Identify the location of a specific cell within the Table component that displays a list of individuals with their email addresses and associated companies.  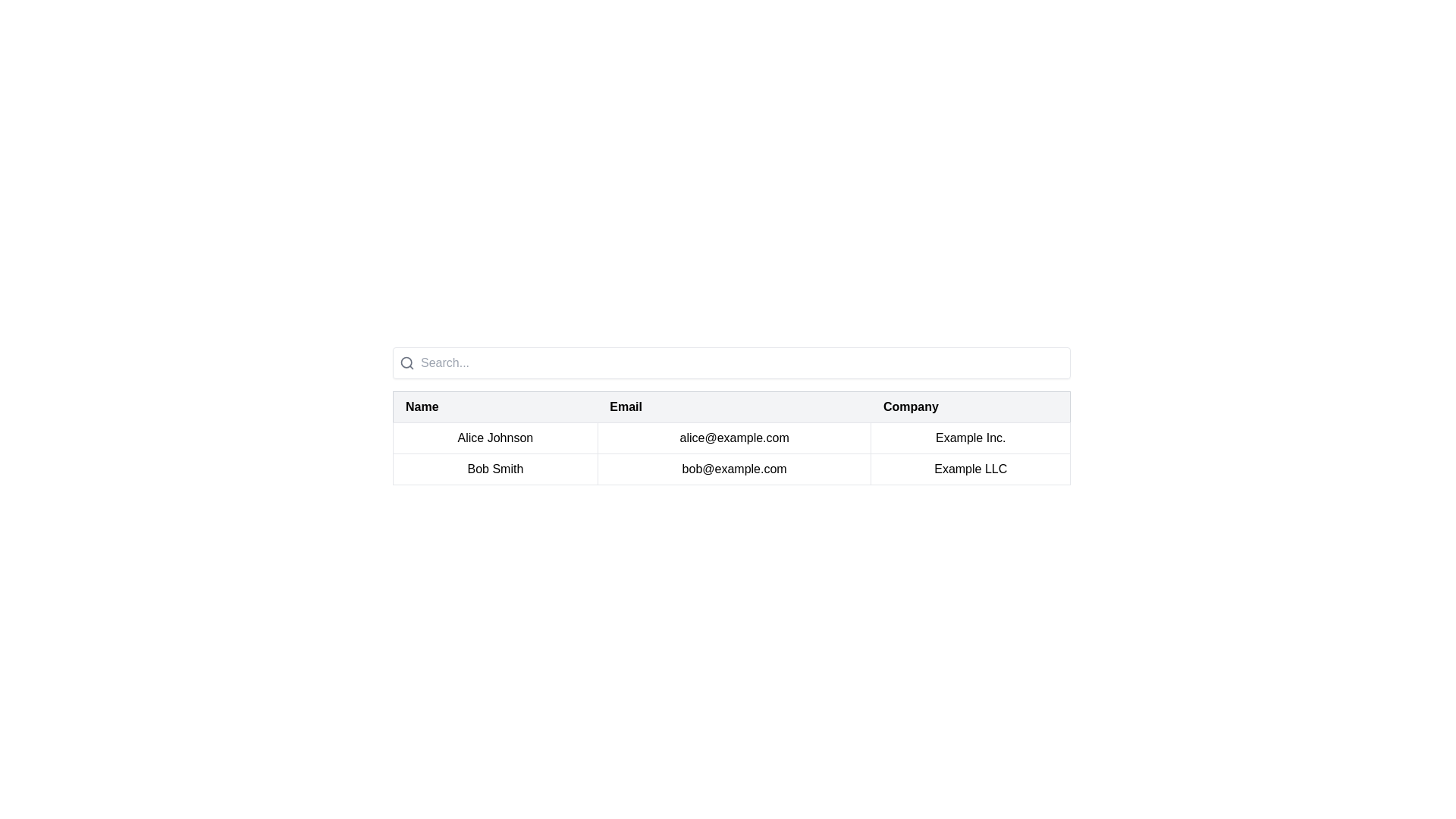
(731, 416).